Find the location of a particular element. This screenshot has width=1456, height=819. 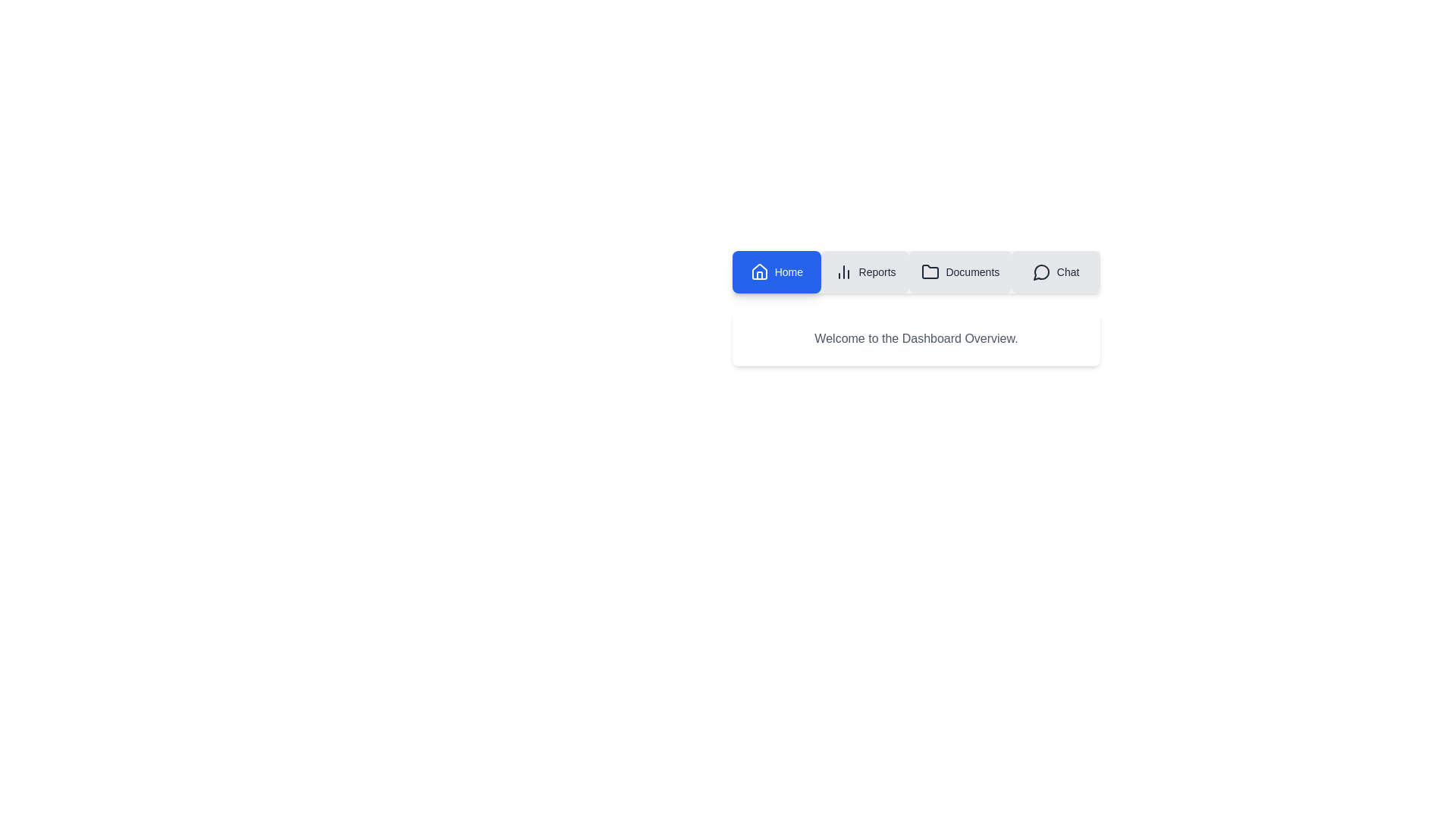

the tab labeled Chat to observe its visual feedback is located at coordinates (1055, 271).